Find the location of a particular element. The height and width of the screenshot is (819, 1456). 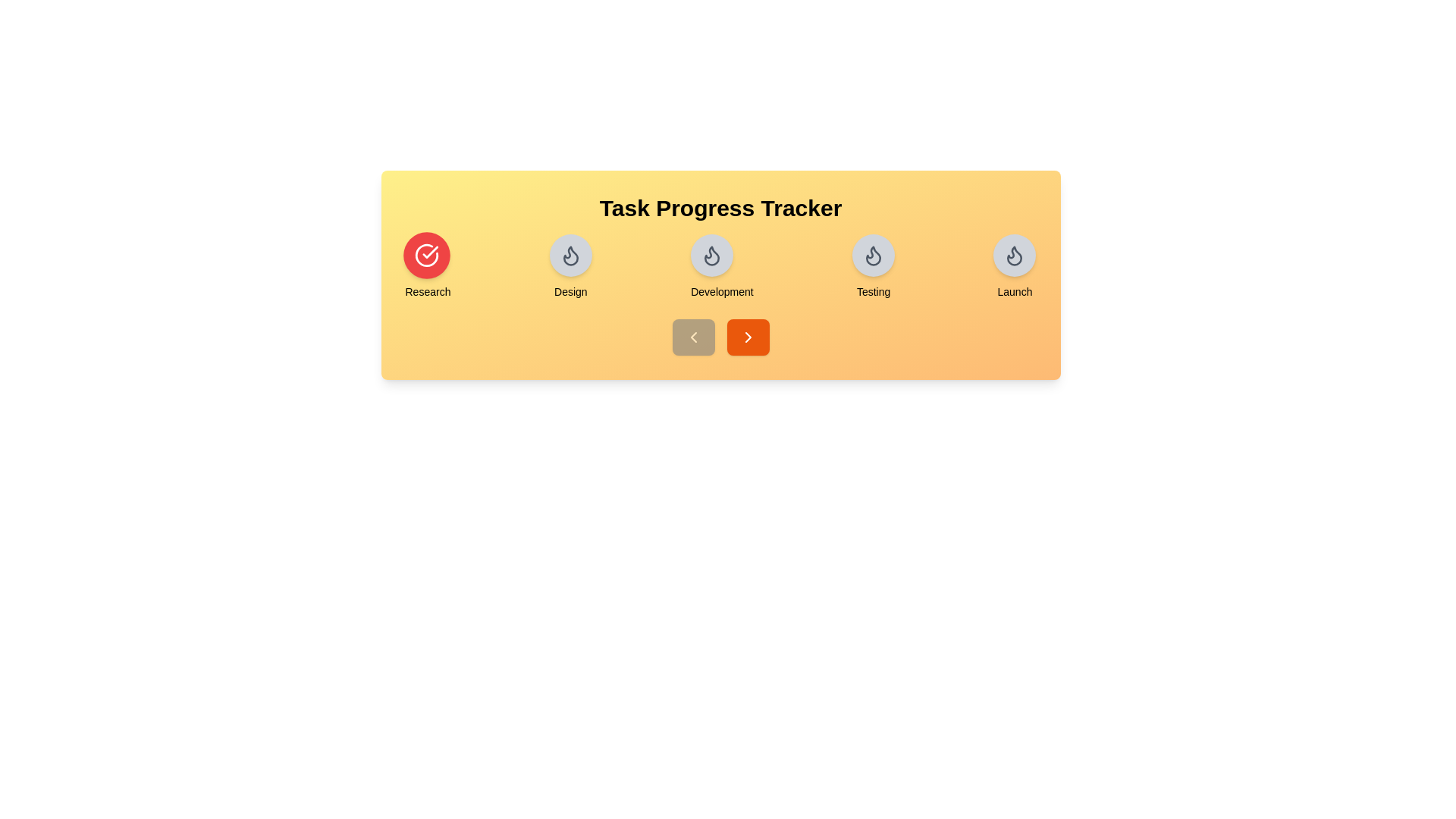

the 'Testing' stage icon in the Task Progress Tracker, which is the fourth element in a horizontal sequence, located between 'Development' and 'Launch' is located at coordinates (874, 267).